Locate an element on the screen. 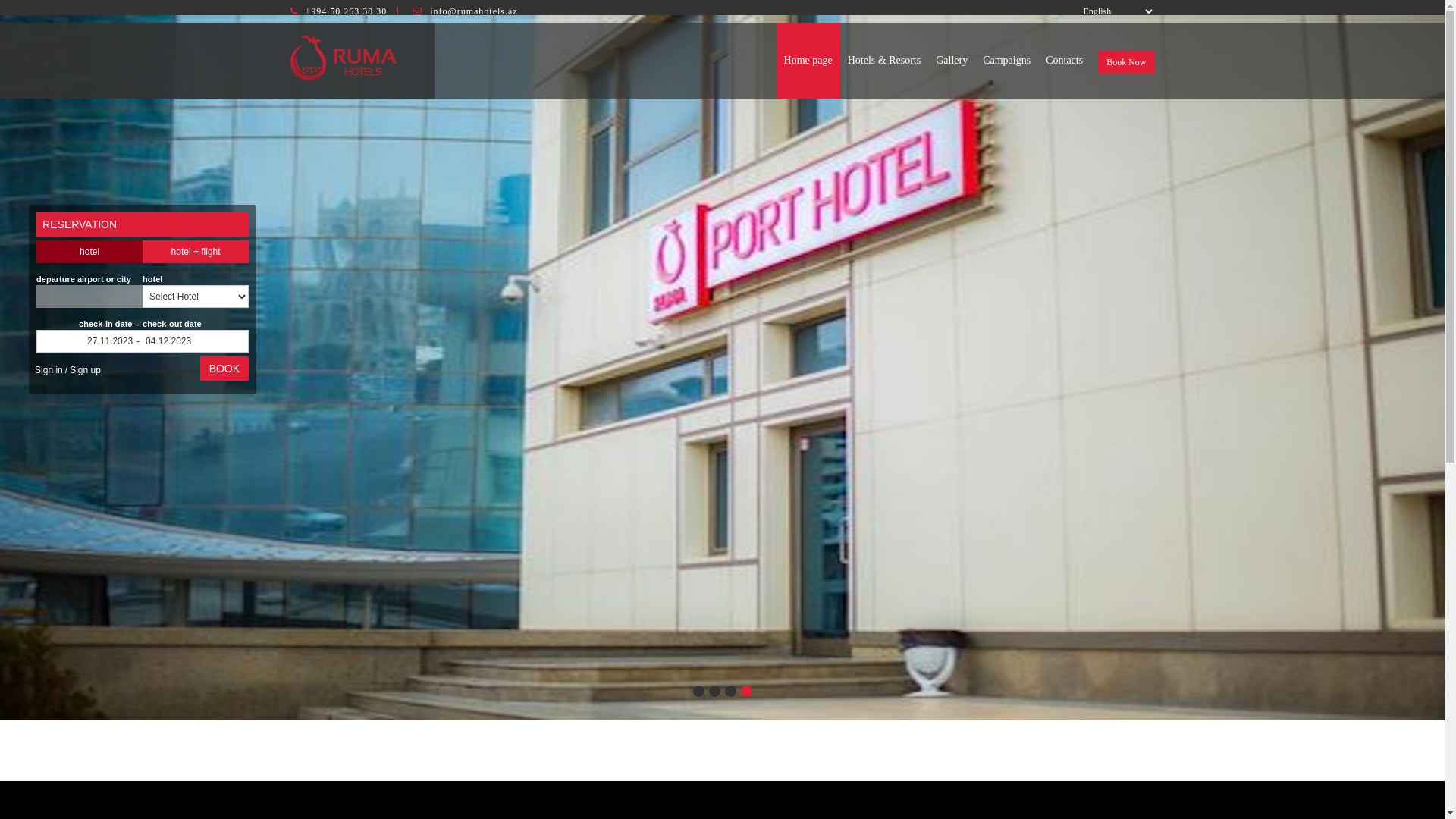  'info@rumahotels.az' is located at coordinates (472, 11).